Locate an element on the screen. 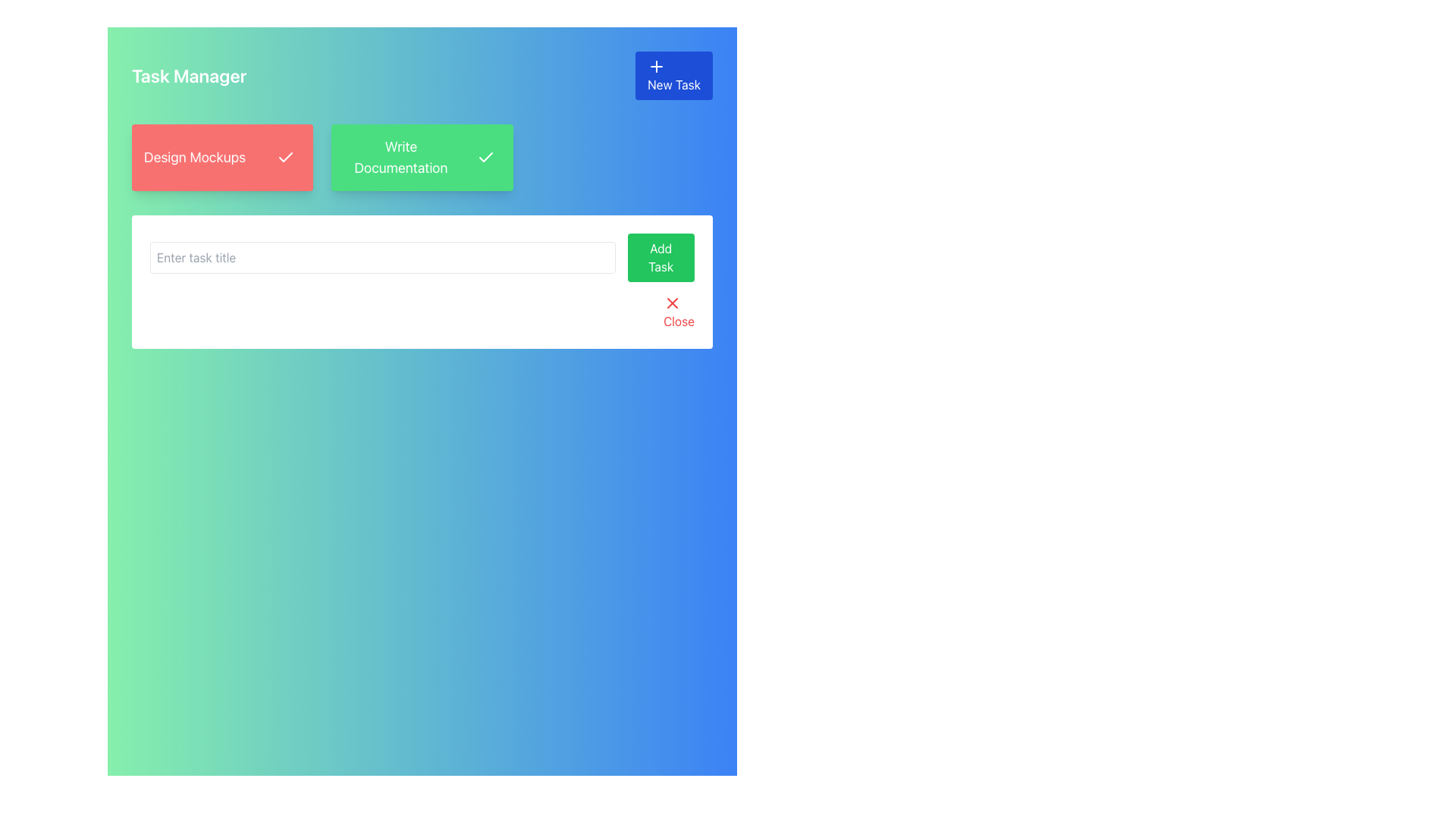 The width and height of the screenshot is (1456, 819). the button in the top-right corner of the application, adjacent to the 'Task Manager' text, to initiate the creation of a new task is located at coordinates (673, 76).